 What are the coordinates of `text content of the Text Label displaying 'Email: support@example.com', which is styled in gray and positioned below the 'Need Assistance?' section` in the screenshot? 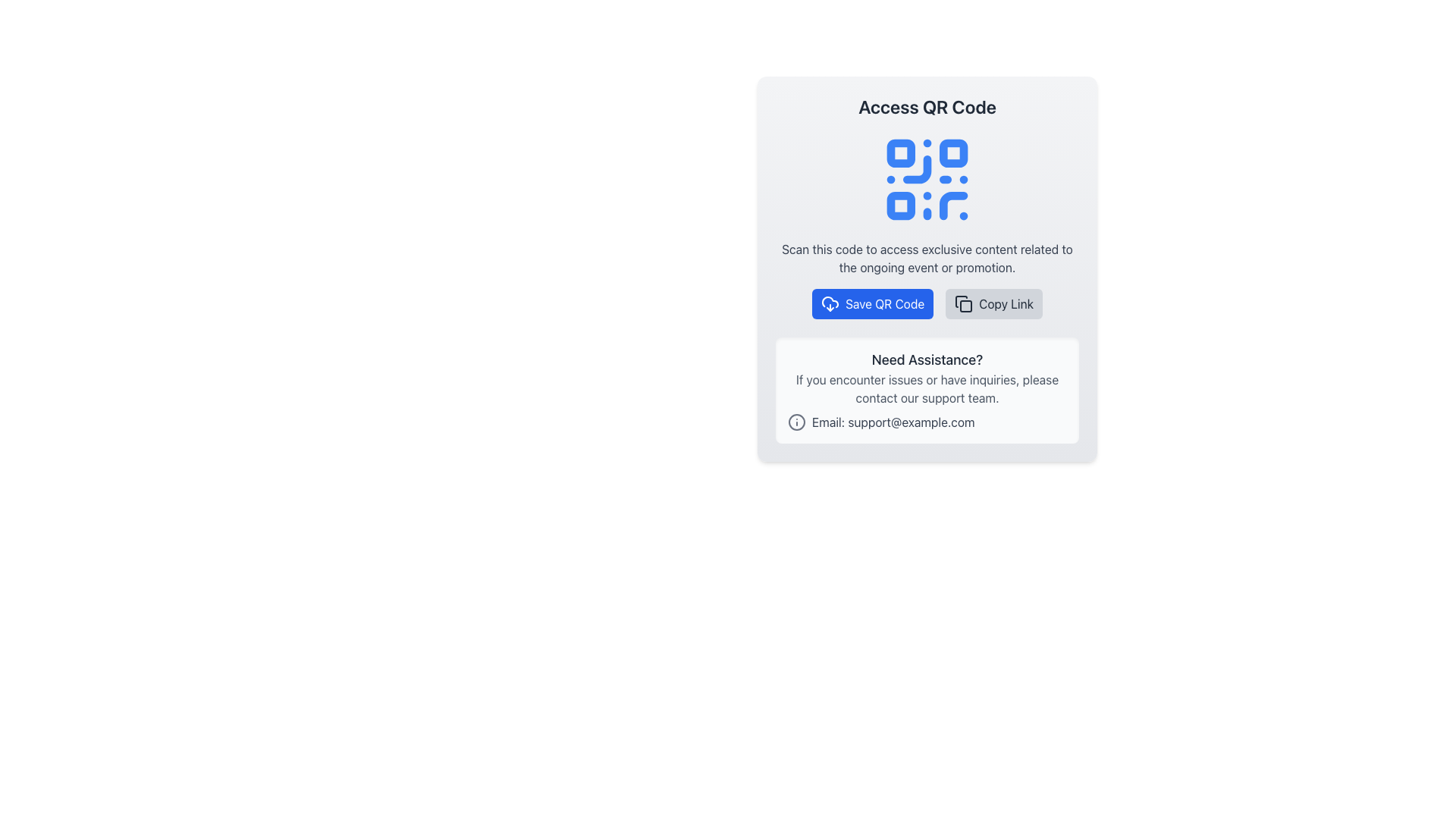 It's located at (893, 422).